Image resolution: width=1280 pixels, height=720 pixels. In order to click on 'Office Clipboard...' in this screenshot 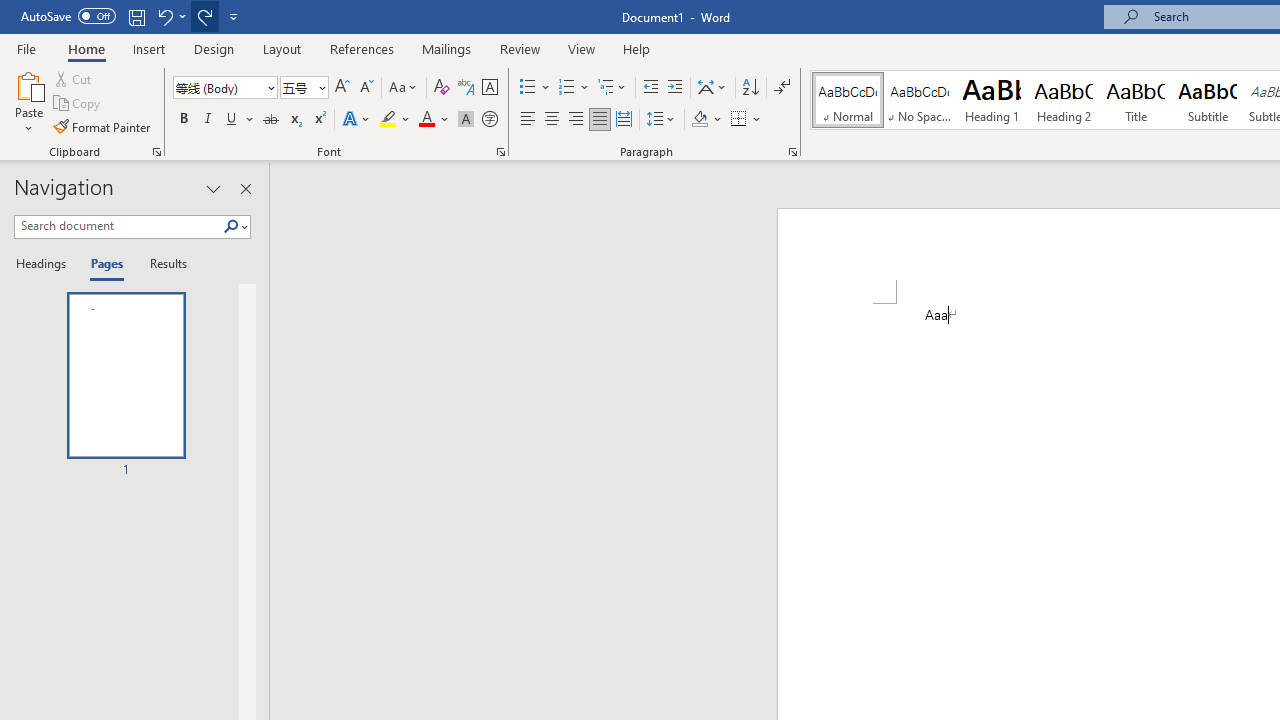, I will do `click(155, 150)`.